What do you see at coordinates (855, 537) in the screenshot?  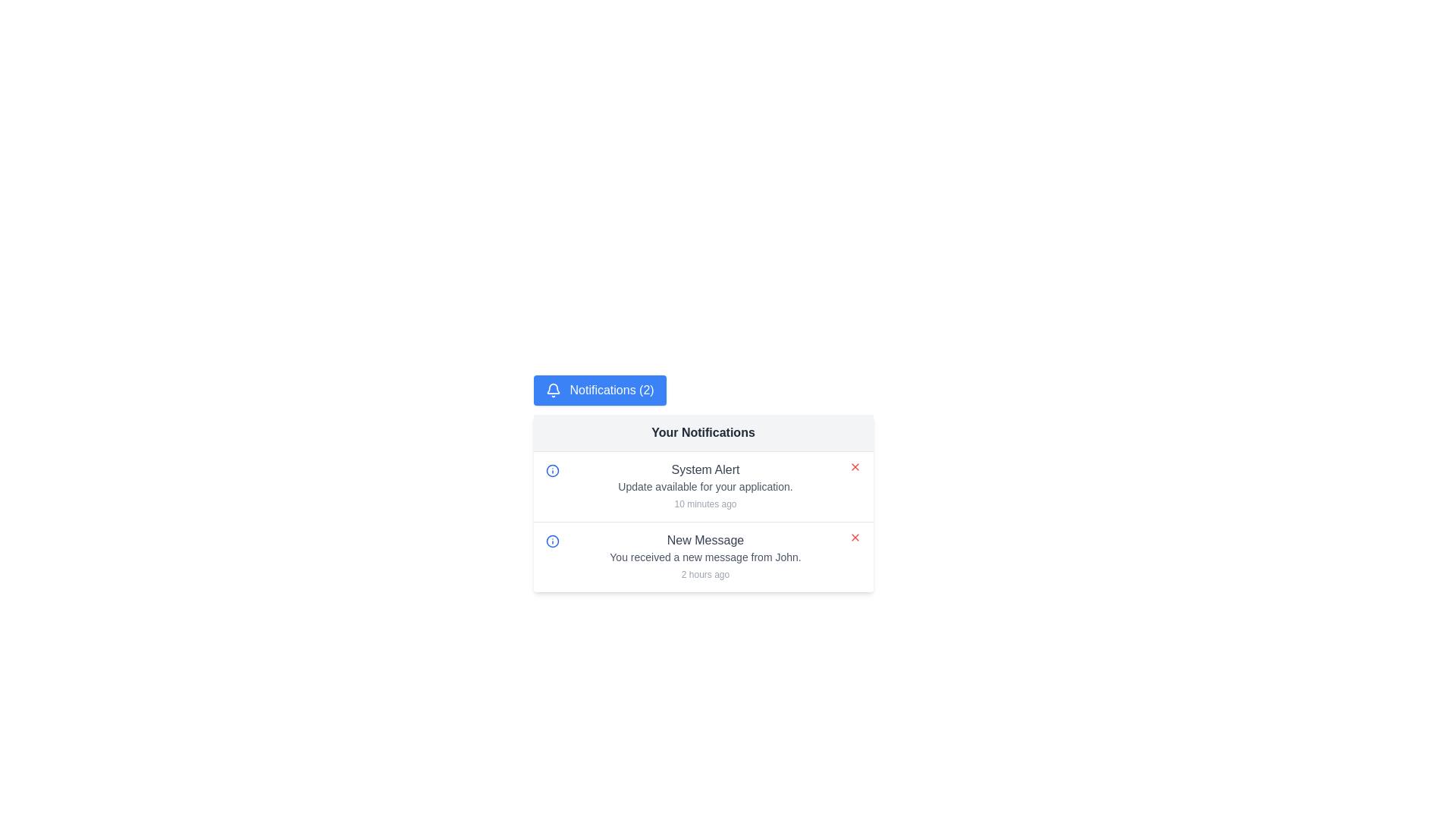 I see `the small red cross (✗) button located at the top-right corner of the 'New Message' notification card` at bounding box center [855, 537].